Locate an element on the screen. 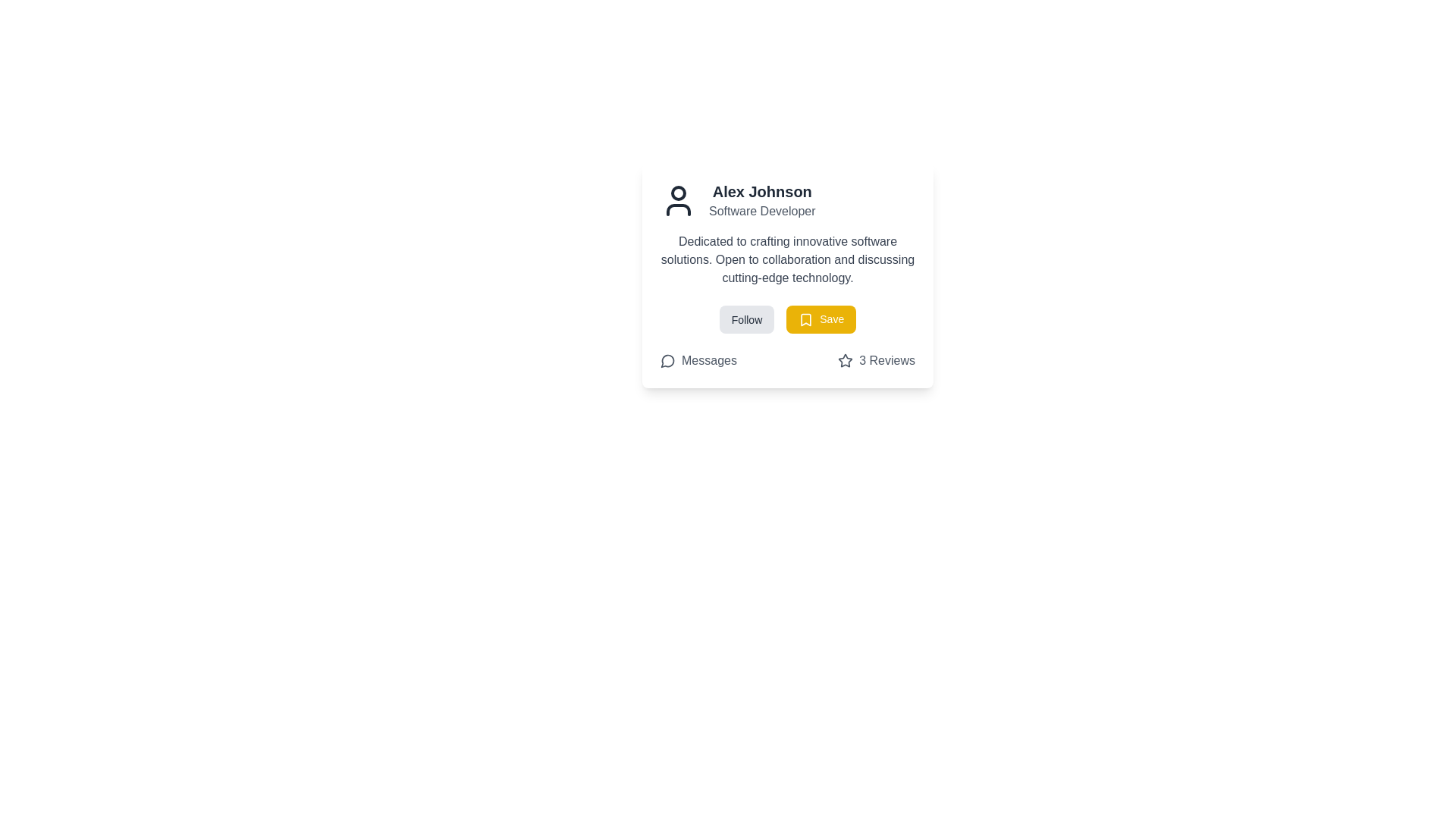 Image resolution: width=1456 pixels, height=819 pixels. the star icon with a dark outline and hollow center, located adjacent to the 'Reviews' label in the bottom-right corner of the card layout is located at coordinates (845, 360).